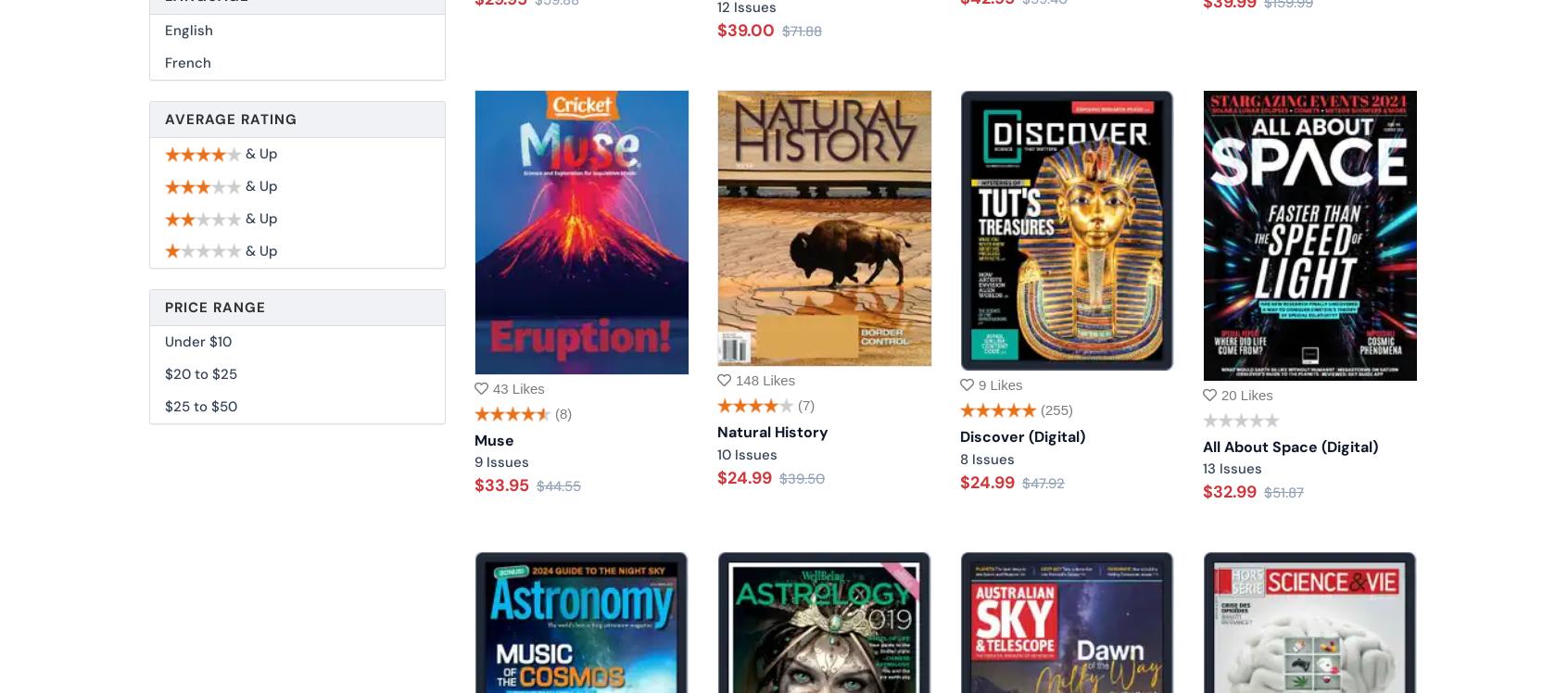 The width and height of the screenshot is (1568, 693). I want to click on 'Muse', so click(494, 439).